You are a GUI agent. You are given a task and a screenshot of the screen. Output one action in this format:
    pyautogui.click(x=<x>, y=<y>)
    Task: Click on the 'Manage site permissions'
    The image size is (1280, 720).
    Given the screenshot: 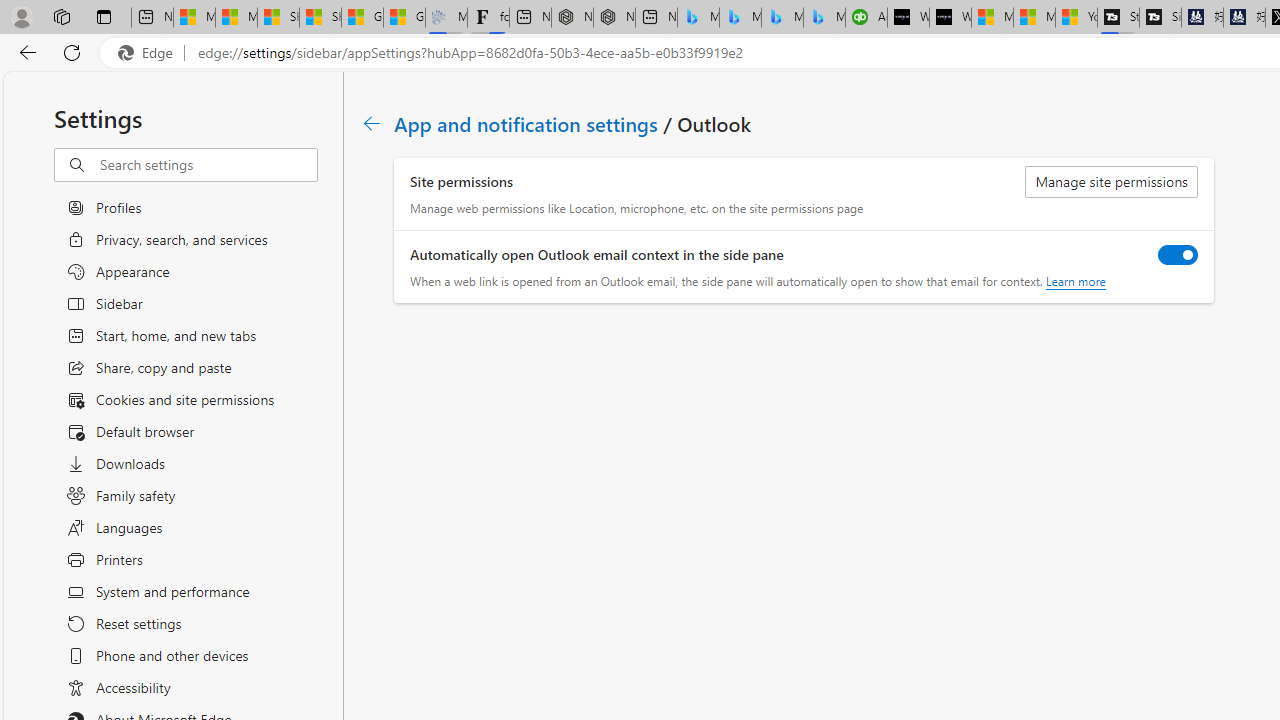 What is the action you would take?
    pyautogui.click(x=1110, y=182)
    